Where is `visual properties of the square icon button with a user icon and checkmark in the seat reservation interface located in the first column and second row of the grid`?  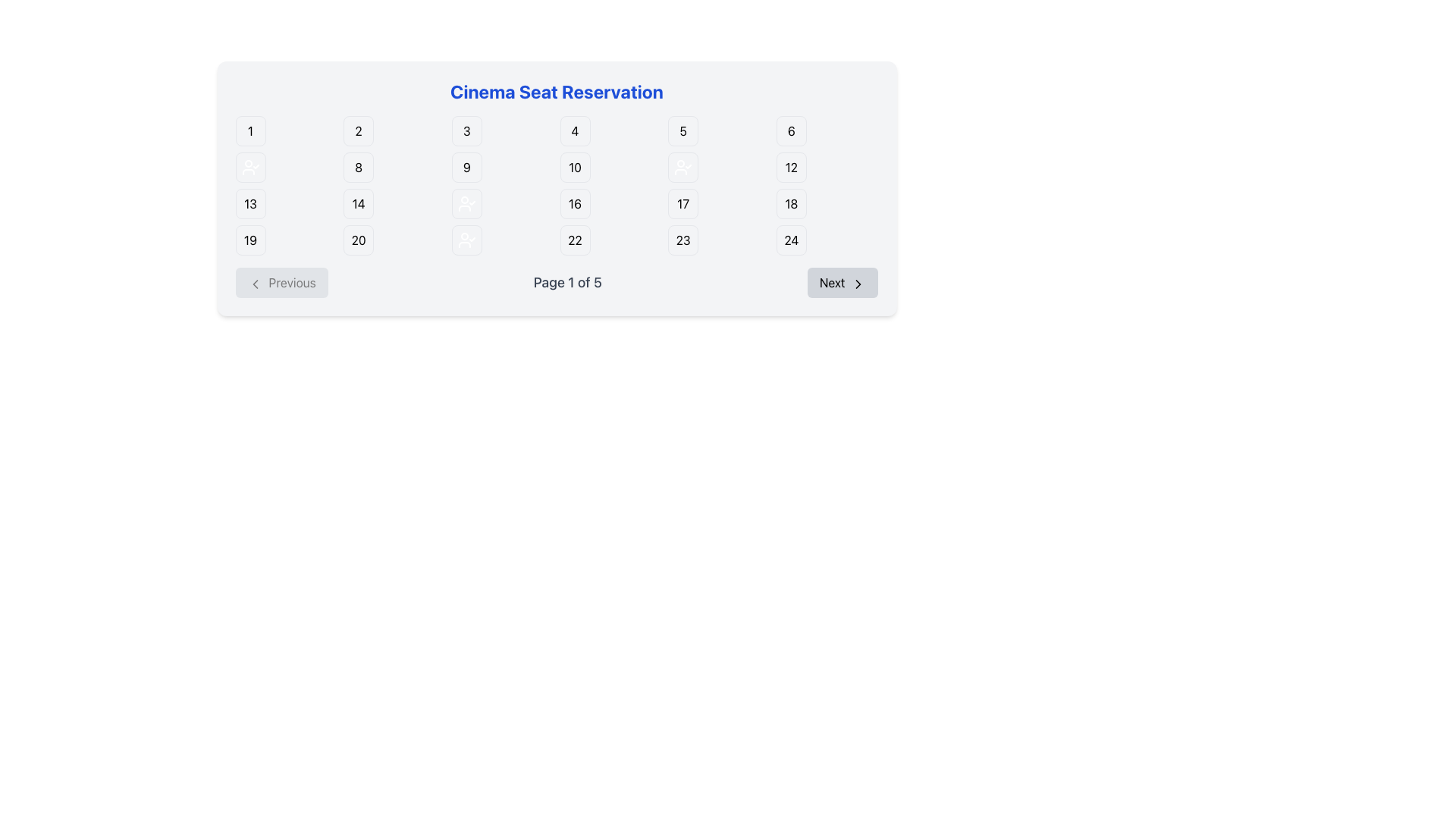
visual properties of the square icon button with a user icon and checkmark in the seat reservation interface located in the first column and second row of the grid is located at coordinates (250, 167).